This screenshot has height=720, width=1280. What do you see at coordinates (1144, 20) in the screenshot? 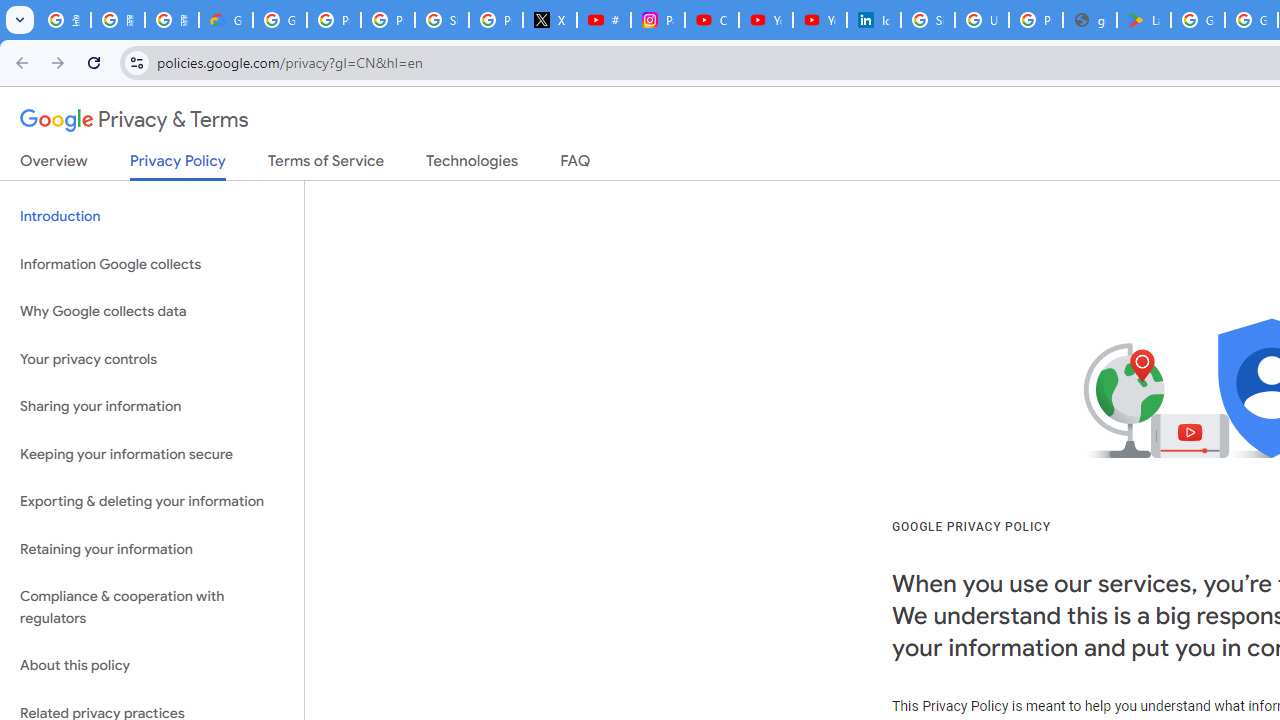
I see `'Last Shelter: Survival - Apps on Google Play'` at bounding box center [1144, 20].